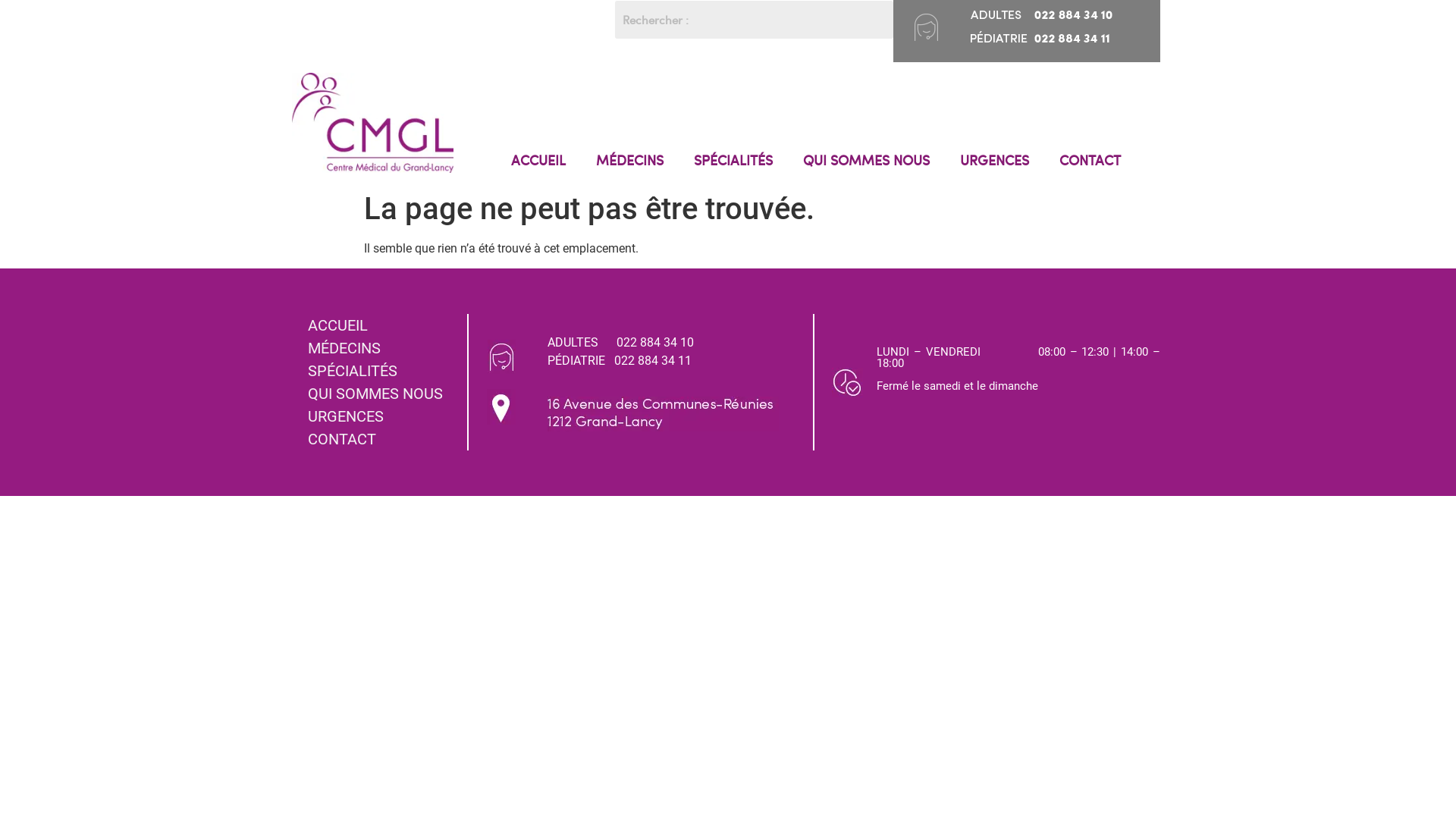 The image size is (1456, 819). Describe the element at coordinates (381, 393) in the screenshot. I see `'QUI SOMMES NOUS'` at that location.